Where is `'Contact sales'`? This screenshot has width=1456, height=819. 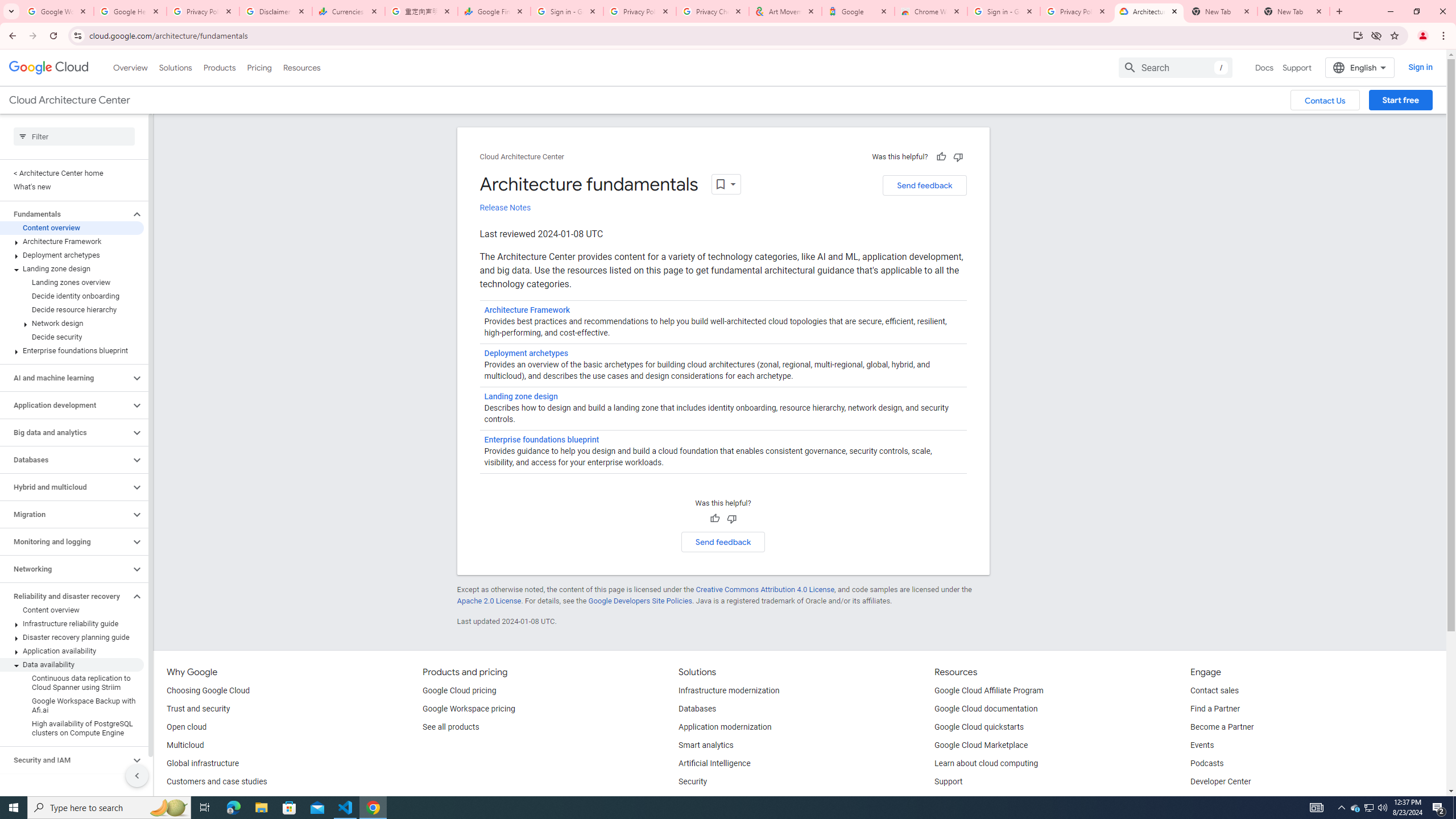
'Contact sales' is located at coordinates (1215, 690).